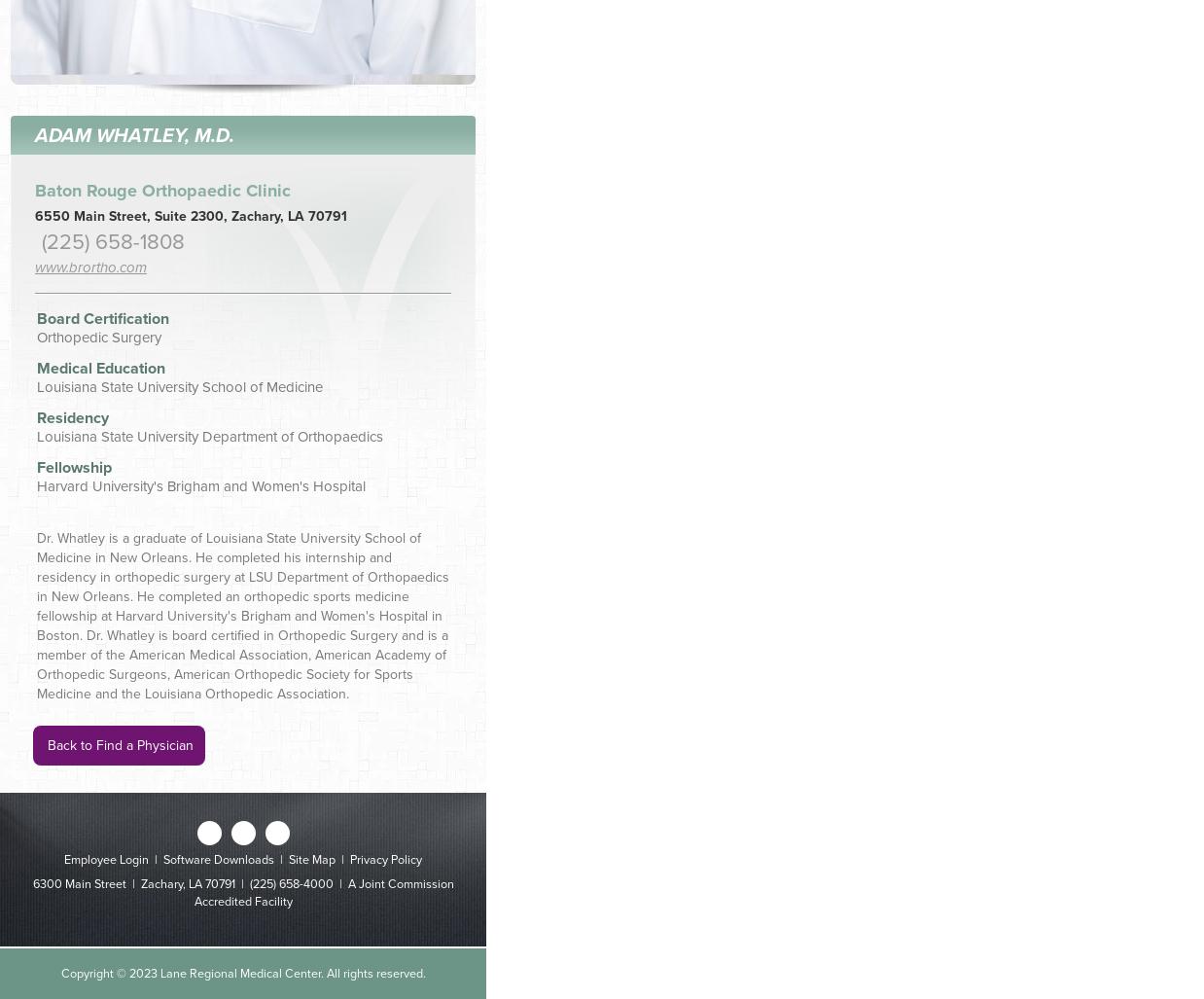 The height and width of the screenshot is (999, 1204). What do you see at coordinates (36, 368) in the screenshot?
I see `'Medical Education'` at bounding box center [36, 368].